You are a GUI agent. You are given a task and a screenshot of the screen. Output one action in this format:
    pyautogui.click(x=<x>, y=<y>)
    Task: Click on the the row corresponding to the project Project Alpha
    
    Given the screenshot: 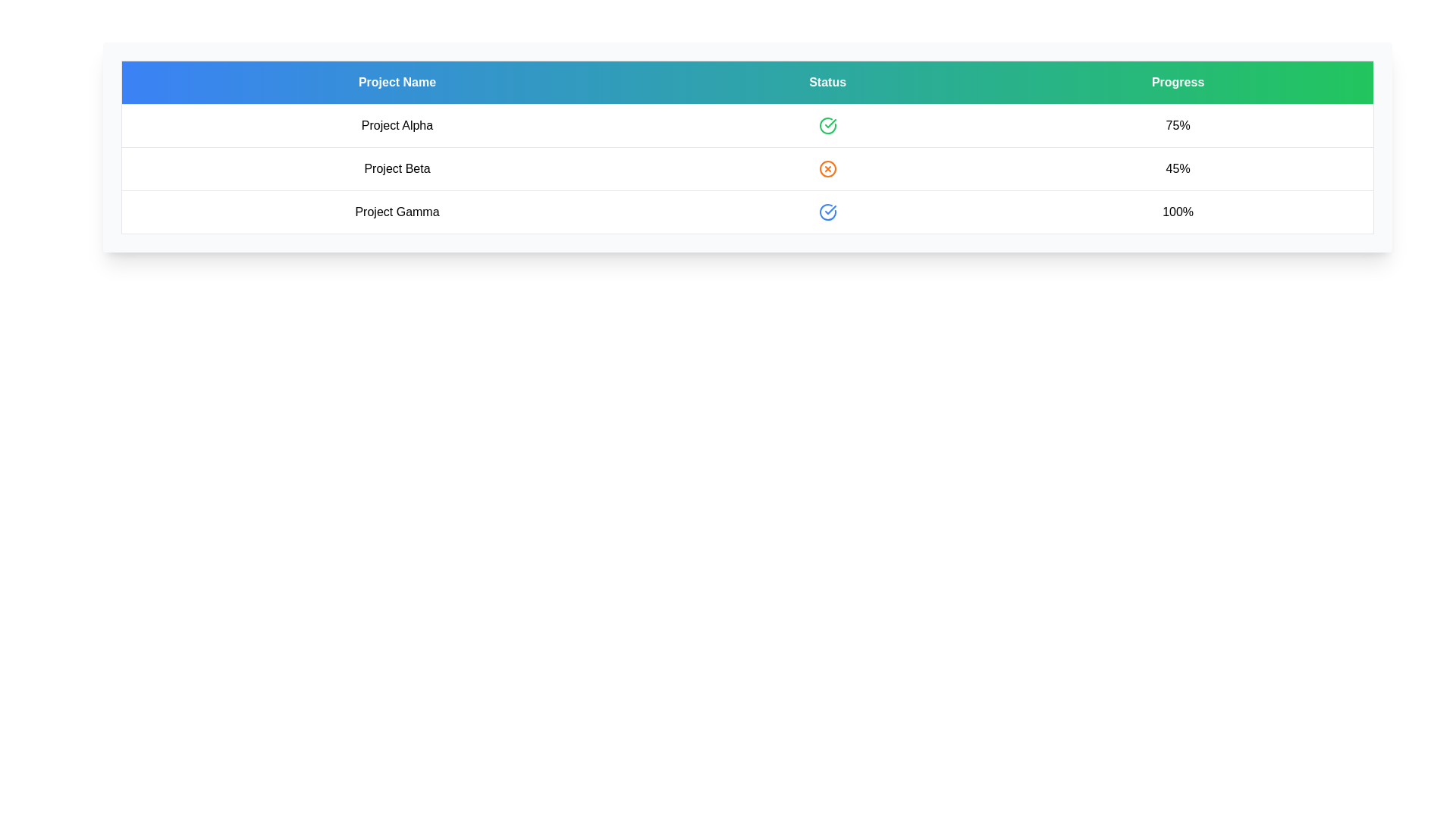 What is the action you would take?
    pyautogui.click(x=397, y=124)
    